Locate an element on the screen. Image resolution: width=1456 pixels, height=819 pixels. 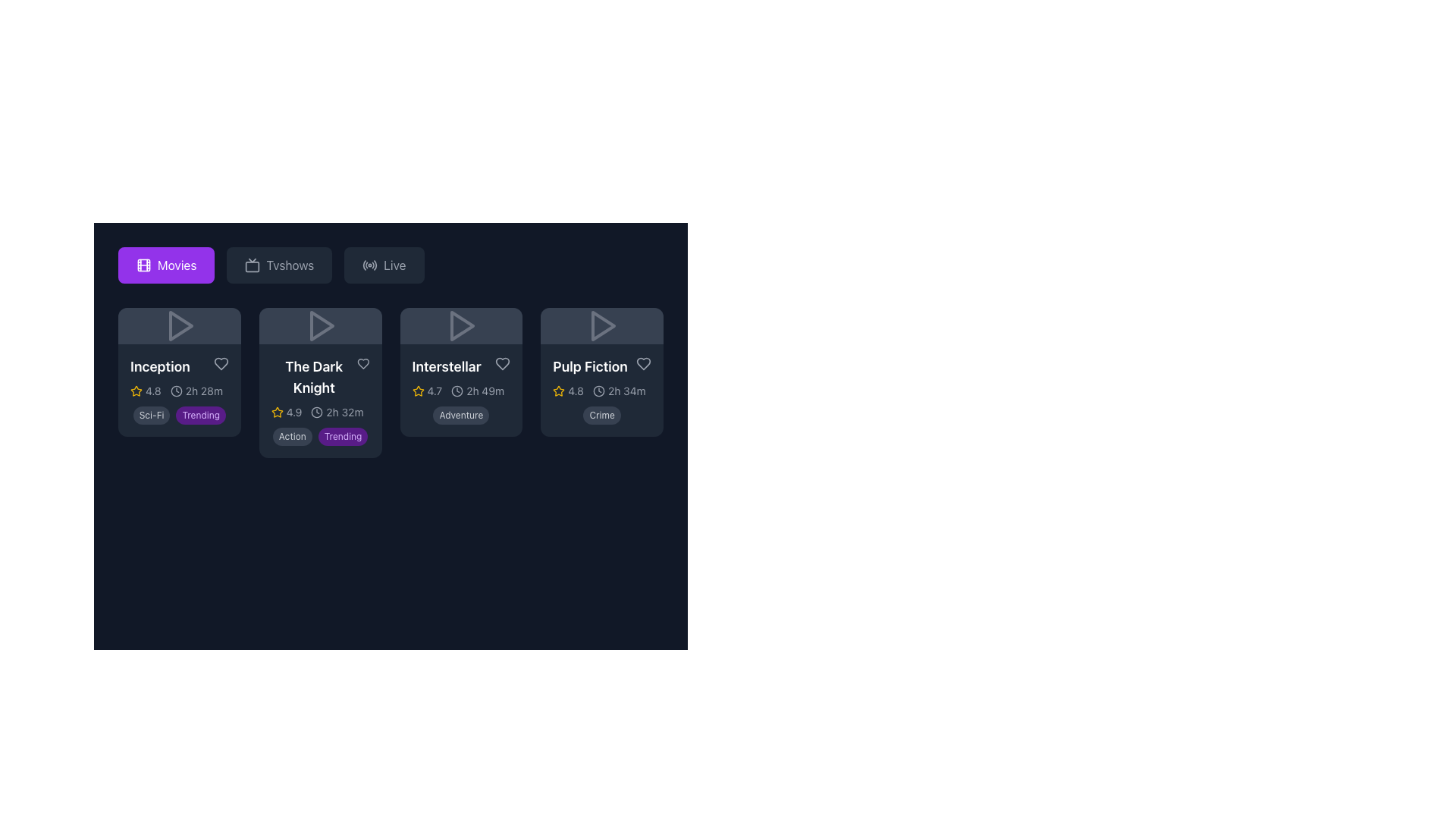
the play button icon located at the top of the 'Pulp Fiction' card is located at coordinates (601, 382).